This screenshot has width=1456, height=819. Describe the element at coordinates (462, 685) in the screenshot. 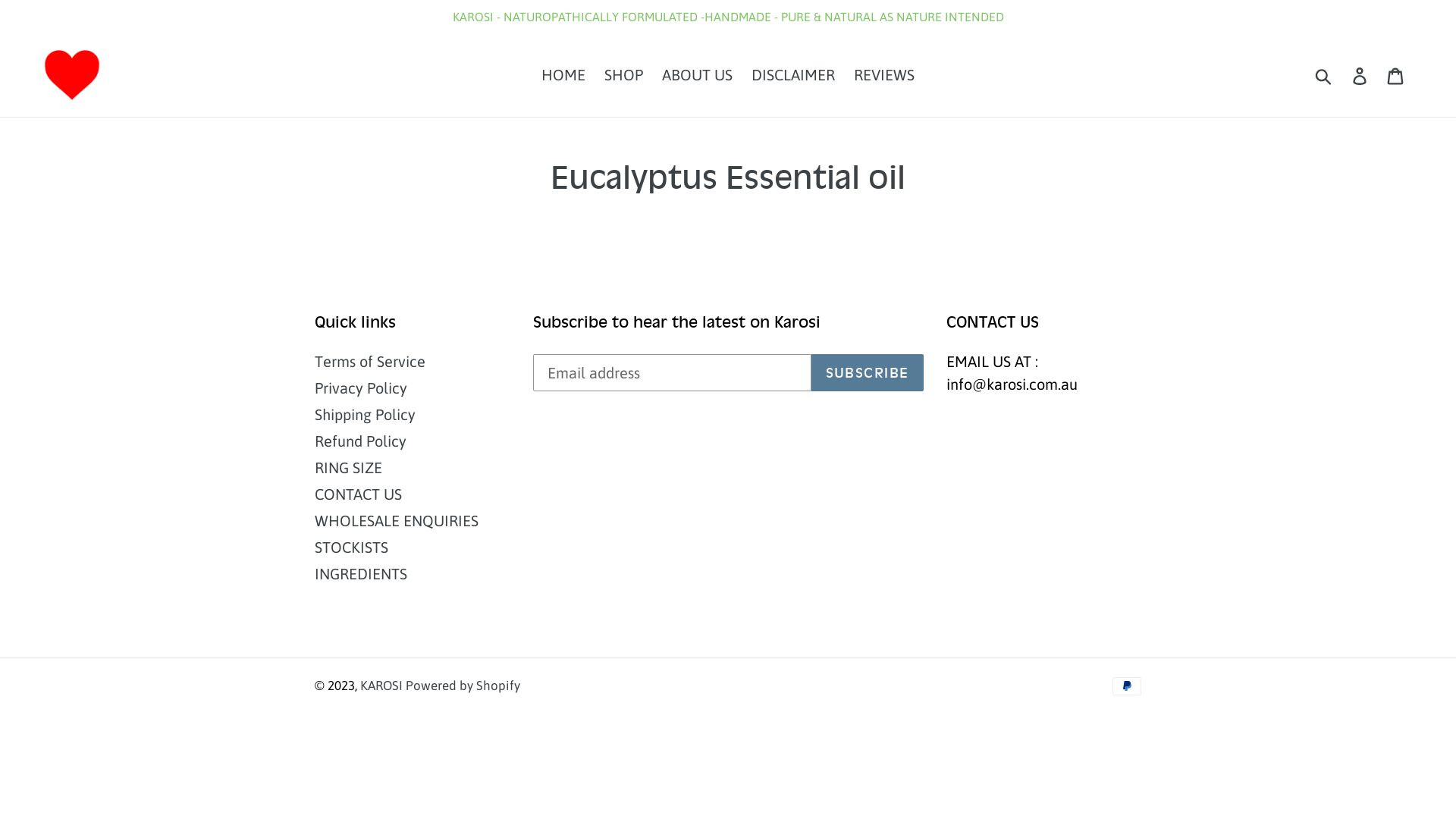

I see `'Powered by Shopify'` at that location.